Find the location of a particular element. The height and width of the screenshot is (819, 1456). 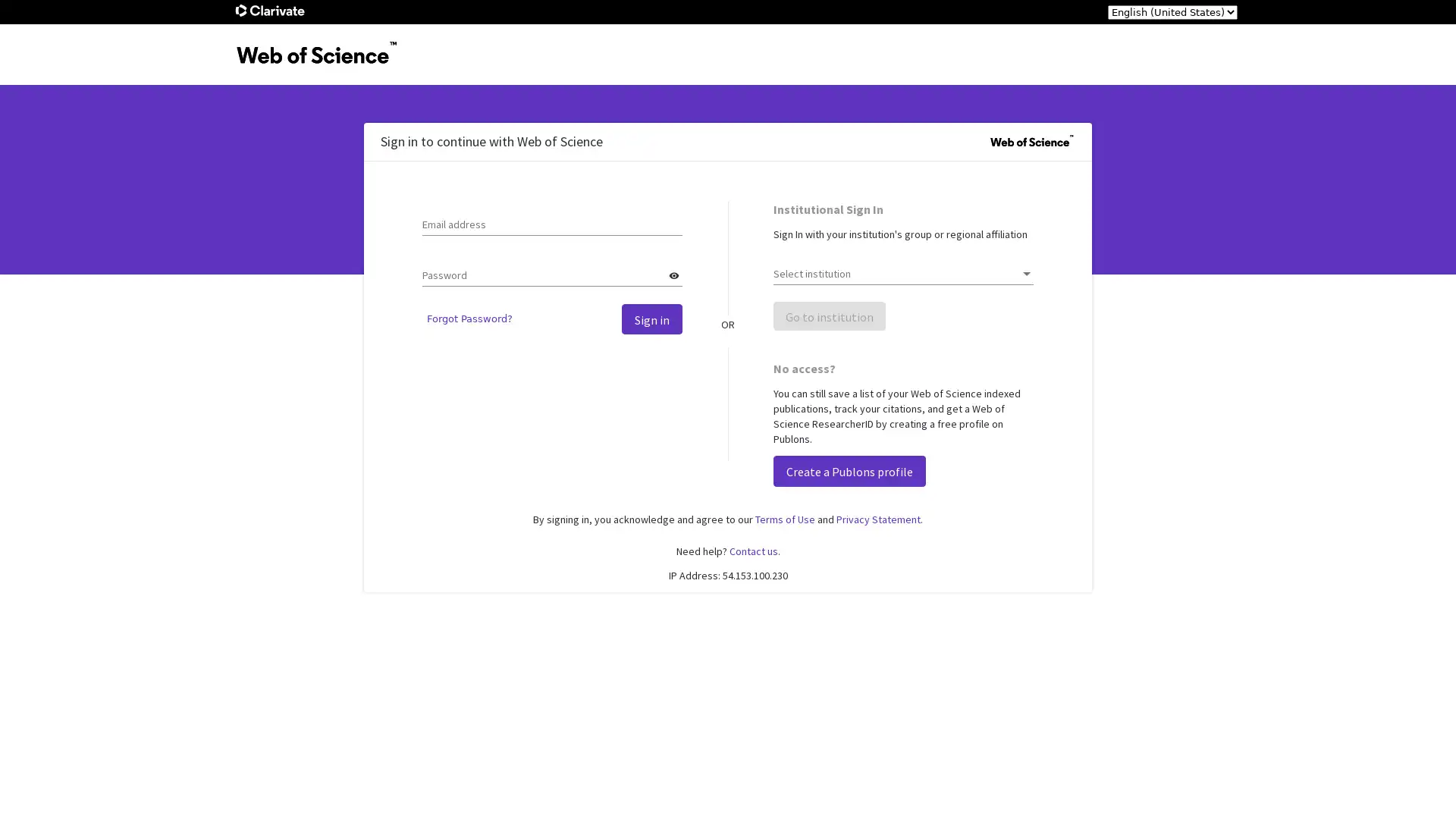

Go to institution is located at coordinates (829, 315).